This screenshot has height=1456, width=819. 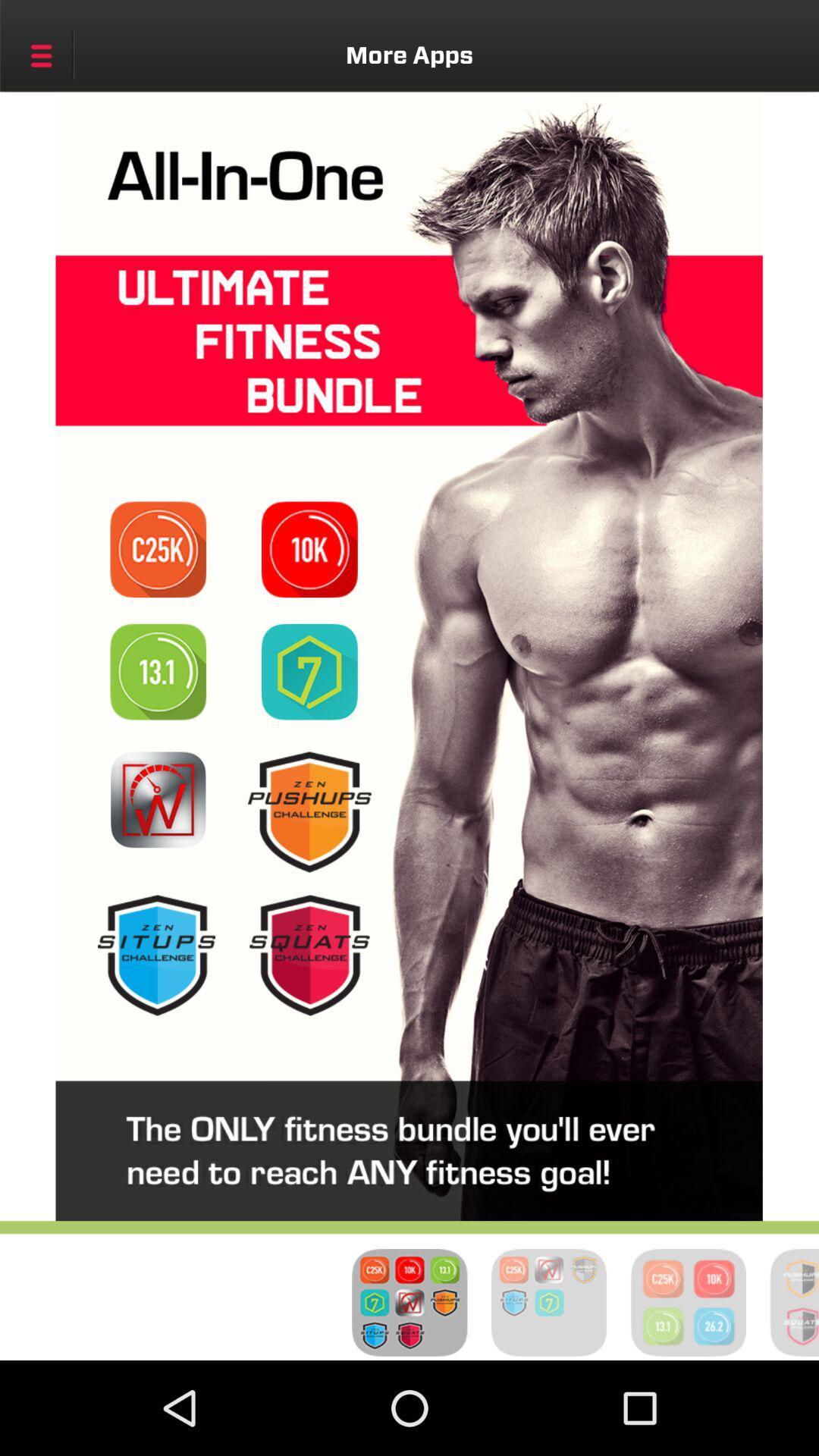 I want to click on push-up challenges, so click(x=309, y=811).